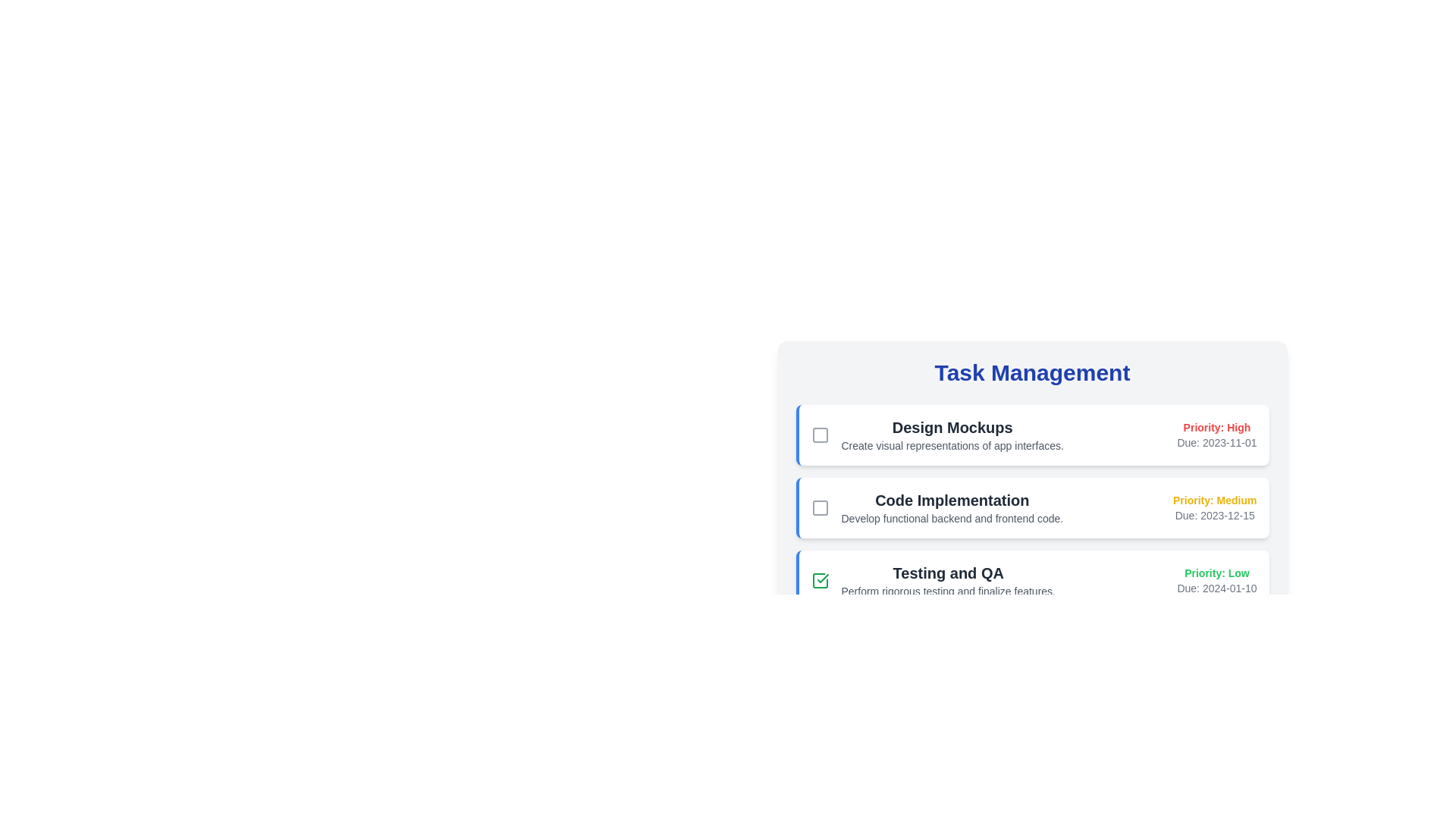  Describe the element at coordinates (951, 508) in the screenshot. I see `to select or edit the Task item titled 'Code Implementation', which is the second item in the 'Task Management' panel` at that location.